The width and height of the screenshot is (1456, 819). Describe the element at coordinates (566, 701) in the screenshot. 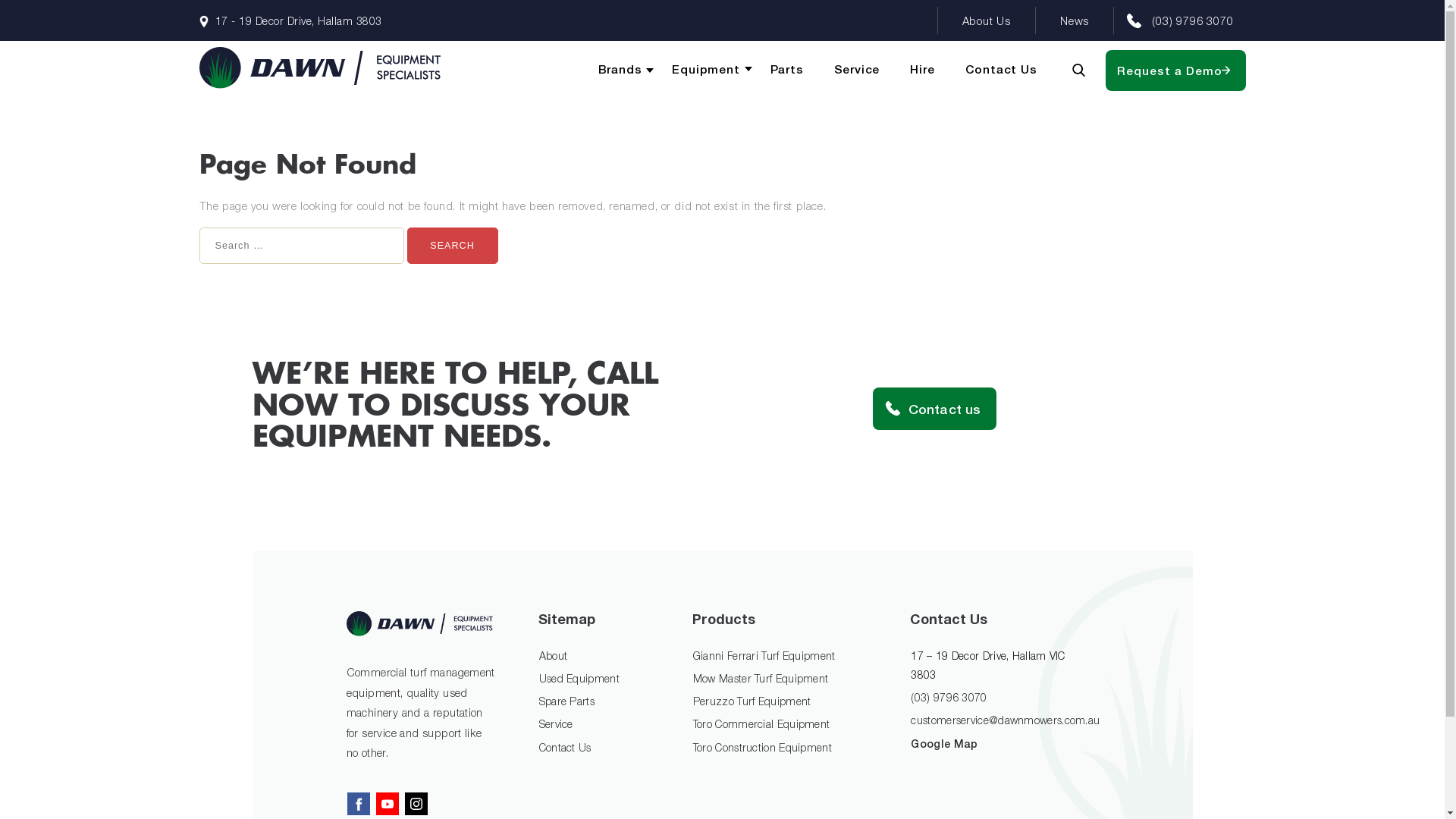

I see `'Spare Parts'` at that location.